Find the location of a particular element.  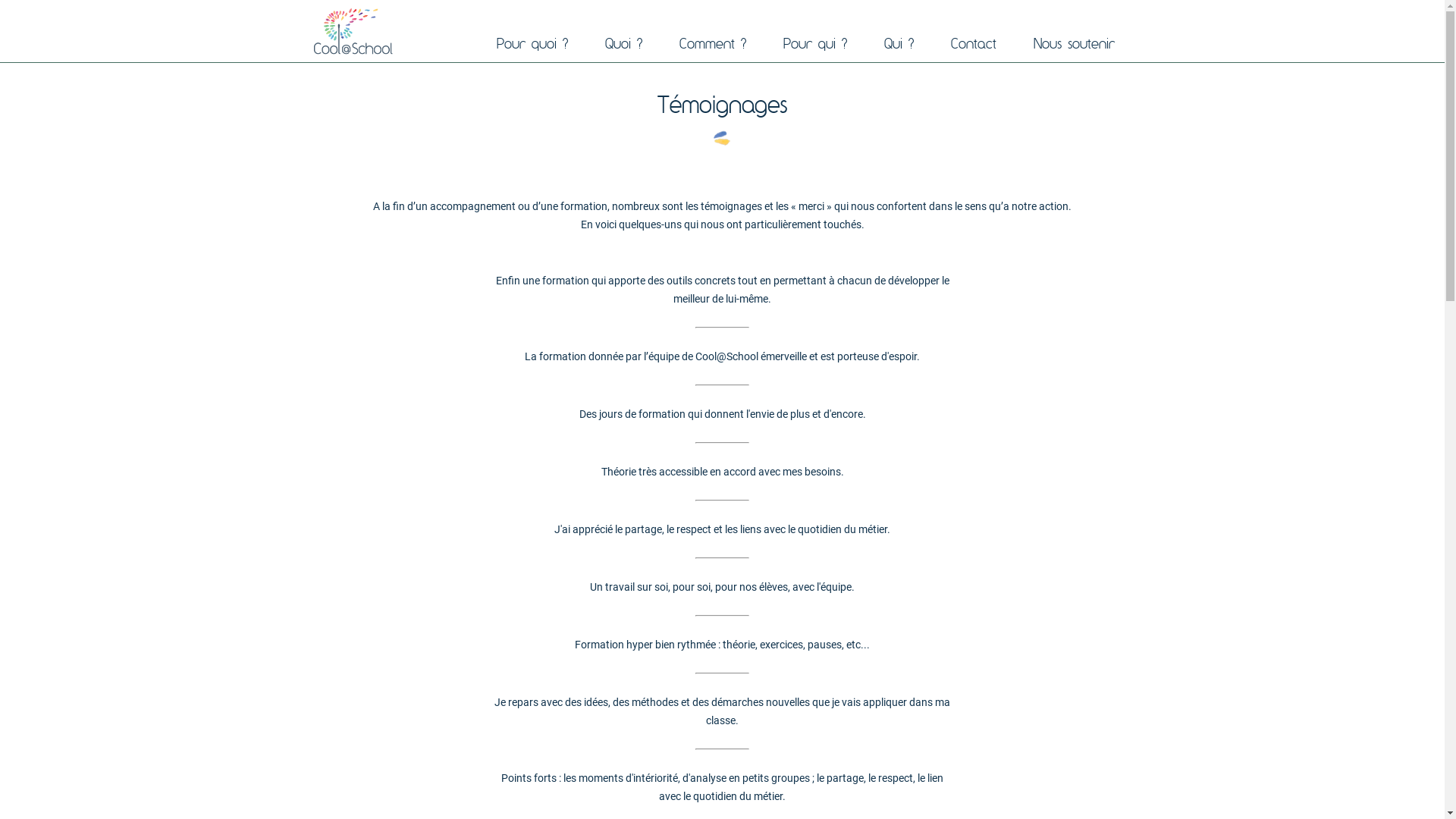

'Quoi ?' is located at coordinates (590, 42).